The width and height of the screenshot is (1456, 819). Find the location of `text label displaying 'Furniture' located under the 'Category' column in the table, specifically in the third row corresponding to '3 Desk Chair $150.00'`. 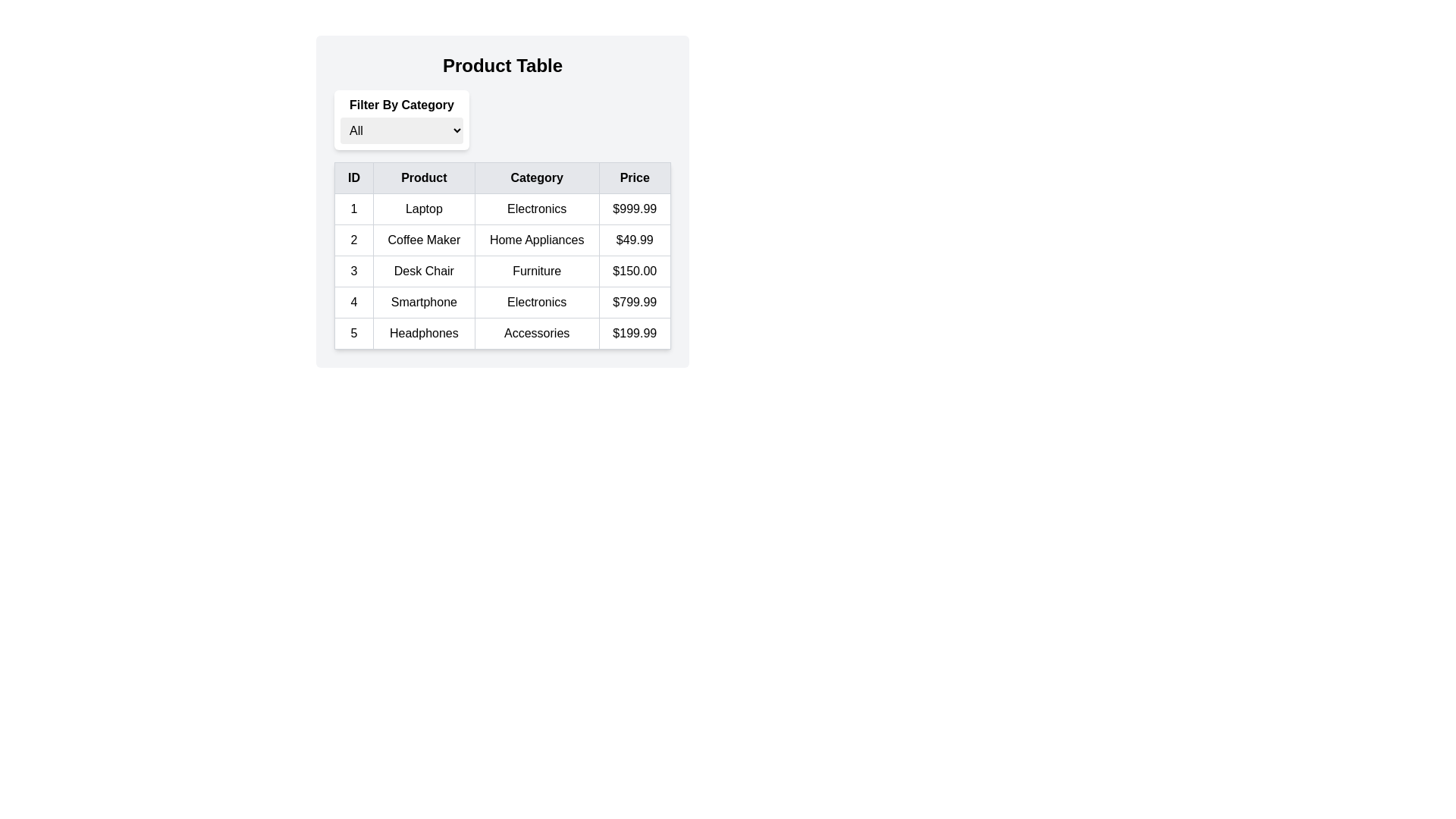

text label displaying 'Furniture' located under the 'Category' column in the table, specifically in the third row corresponding to '3 Desk Chair $150.00' is located at coordinates (537, 271).